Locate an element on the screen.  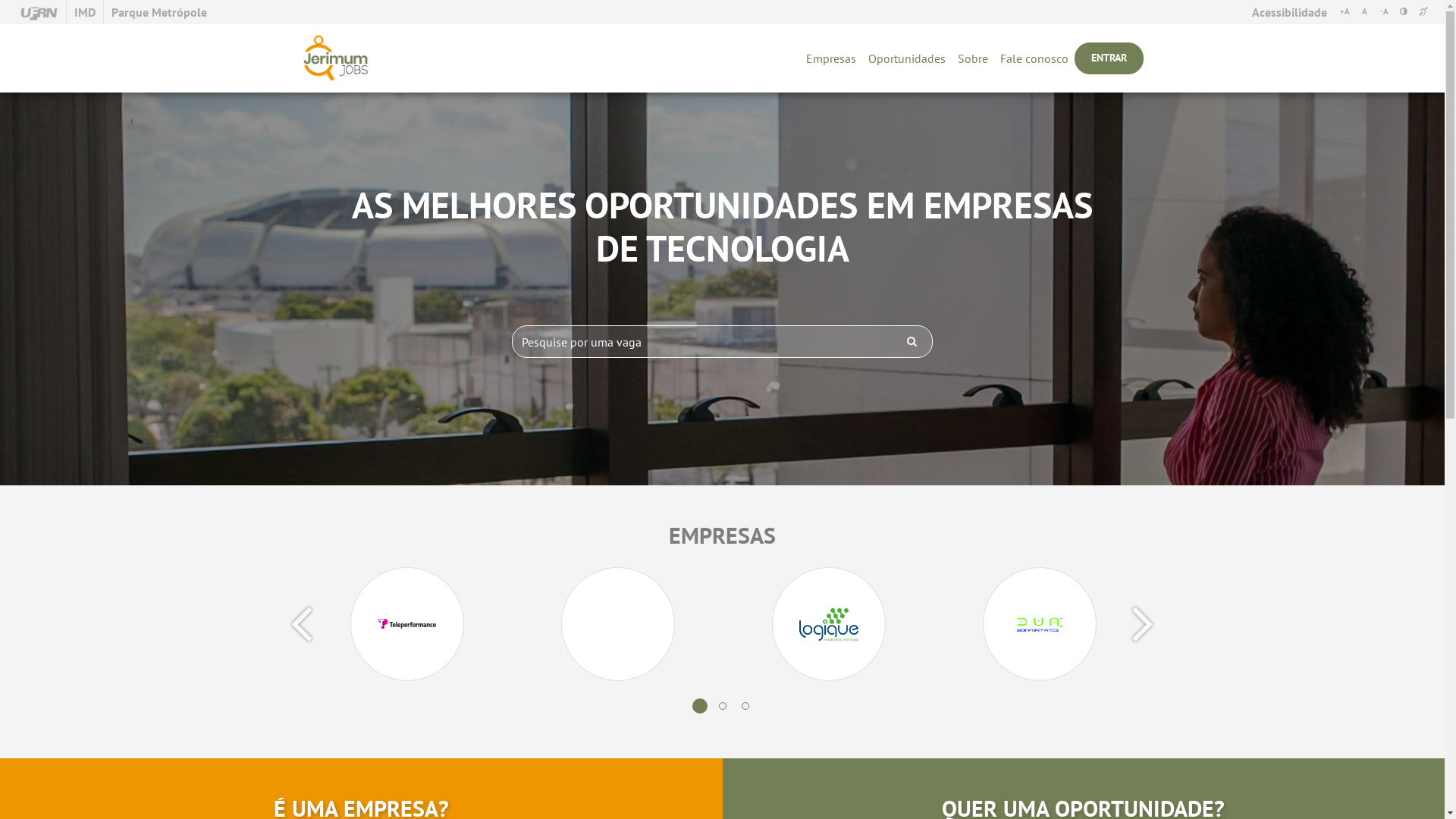
'1' is located at coordinates (698, 705).